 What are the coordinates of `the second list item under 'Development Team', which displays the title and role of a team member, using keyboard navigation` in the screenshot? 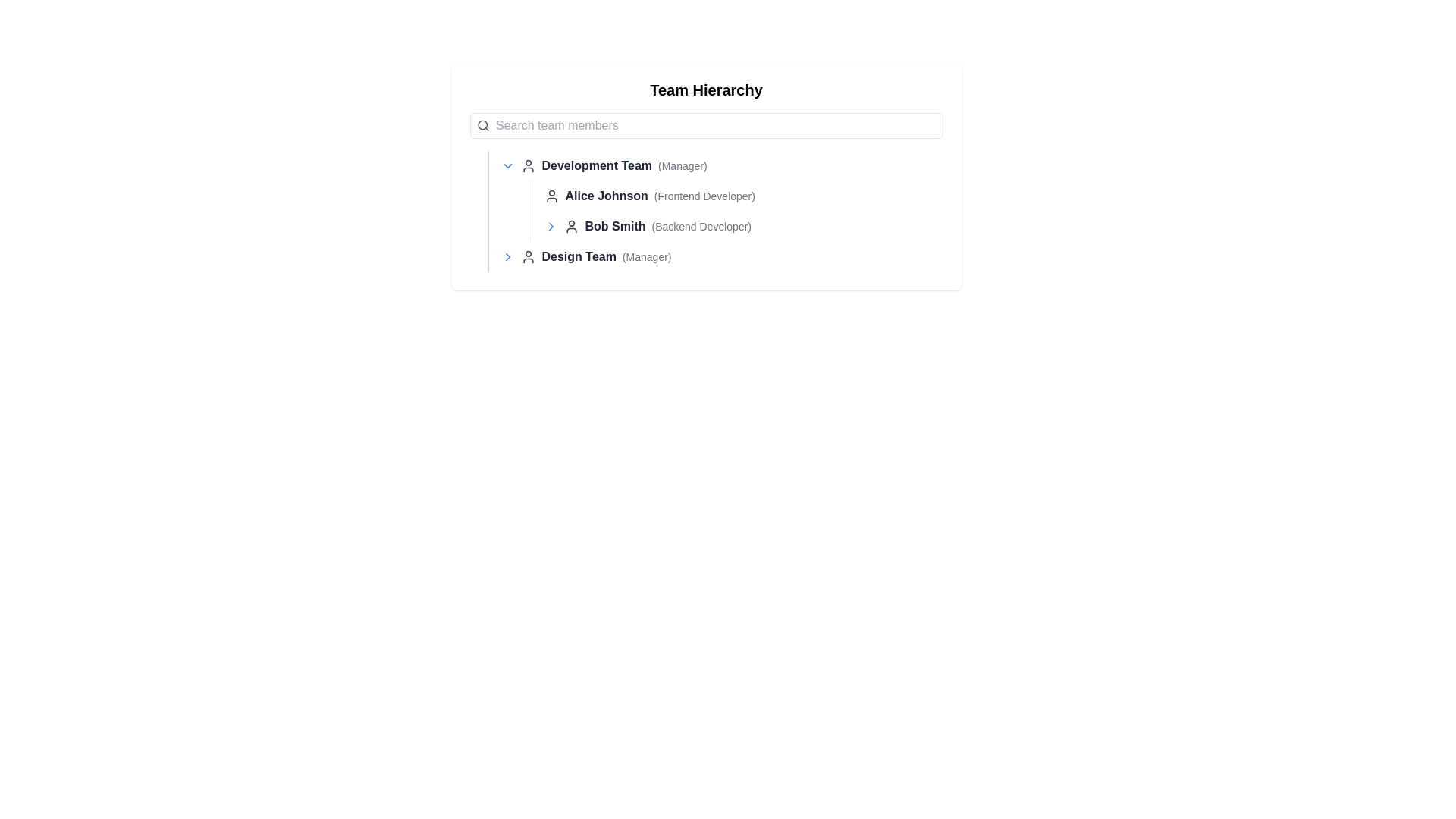 It's located at (714, 211).